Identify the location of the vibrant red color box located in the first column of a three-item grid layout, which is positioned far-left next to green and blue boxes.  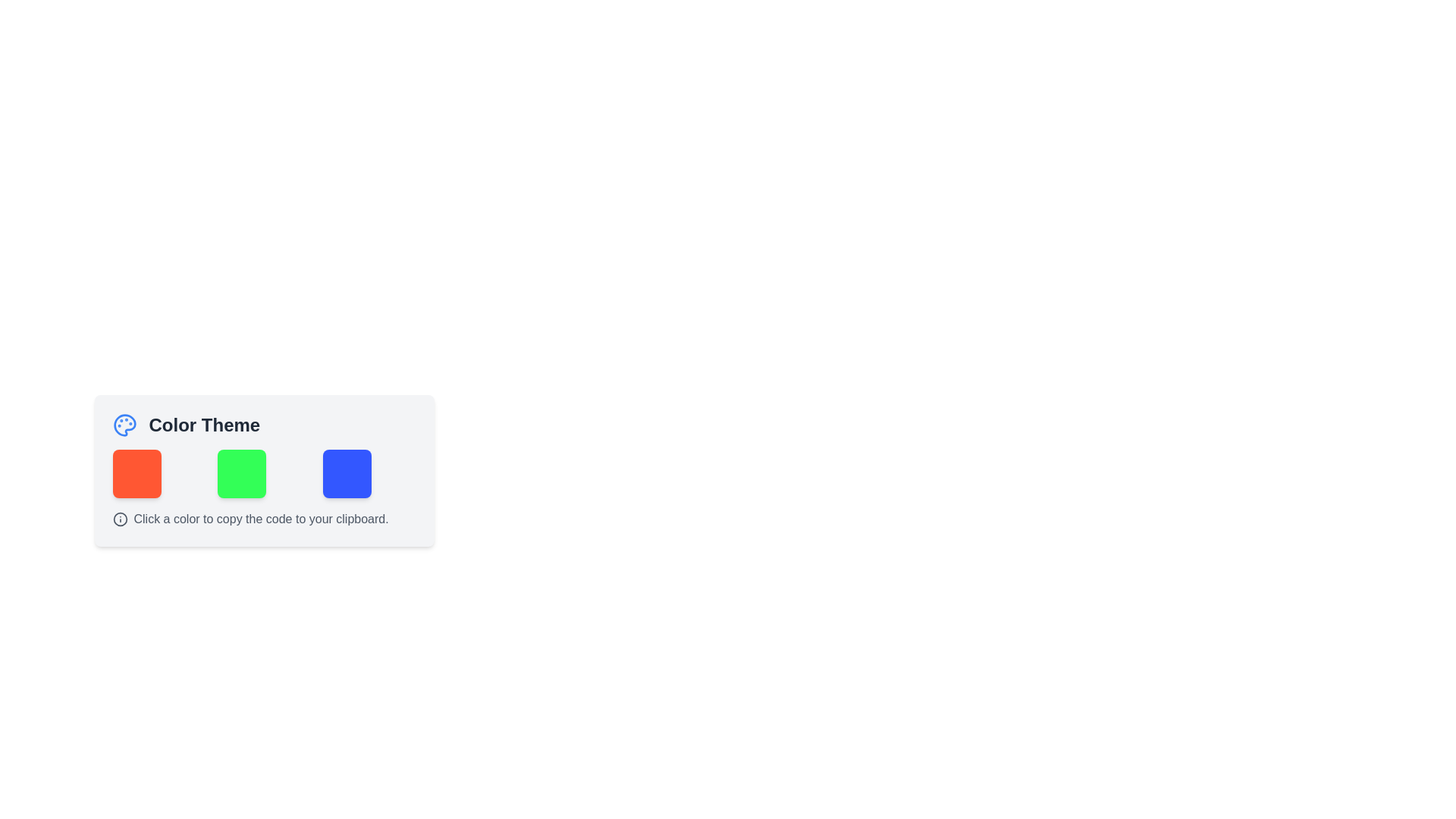
(136, 472).